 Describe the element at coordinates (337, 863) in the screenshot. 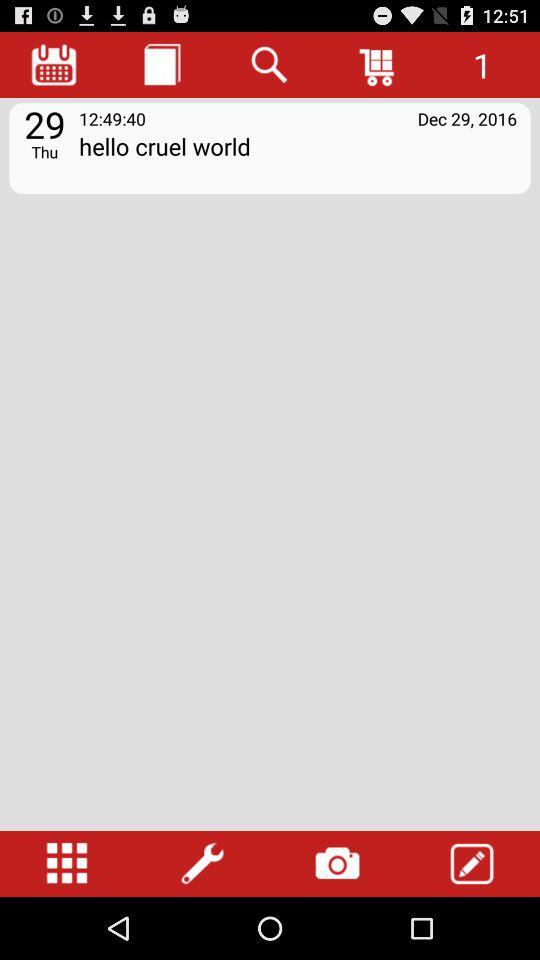

I see `picture` at that location.